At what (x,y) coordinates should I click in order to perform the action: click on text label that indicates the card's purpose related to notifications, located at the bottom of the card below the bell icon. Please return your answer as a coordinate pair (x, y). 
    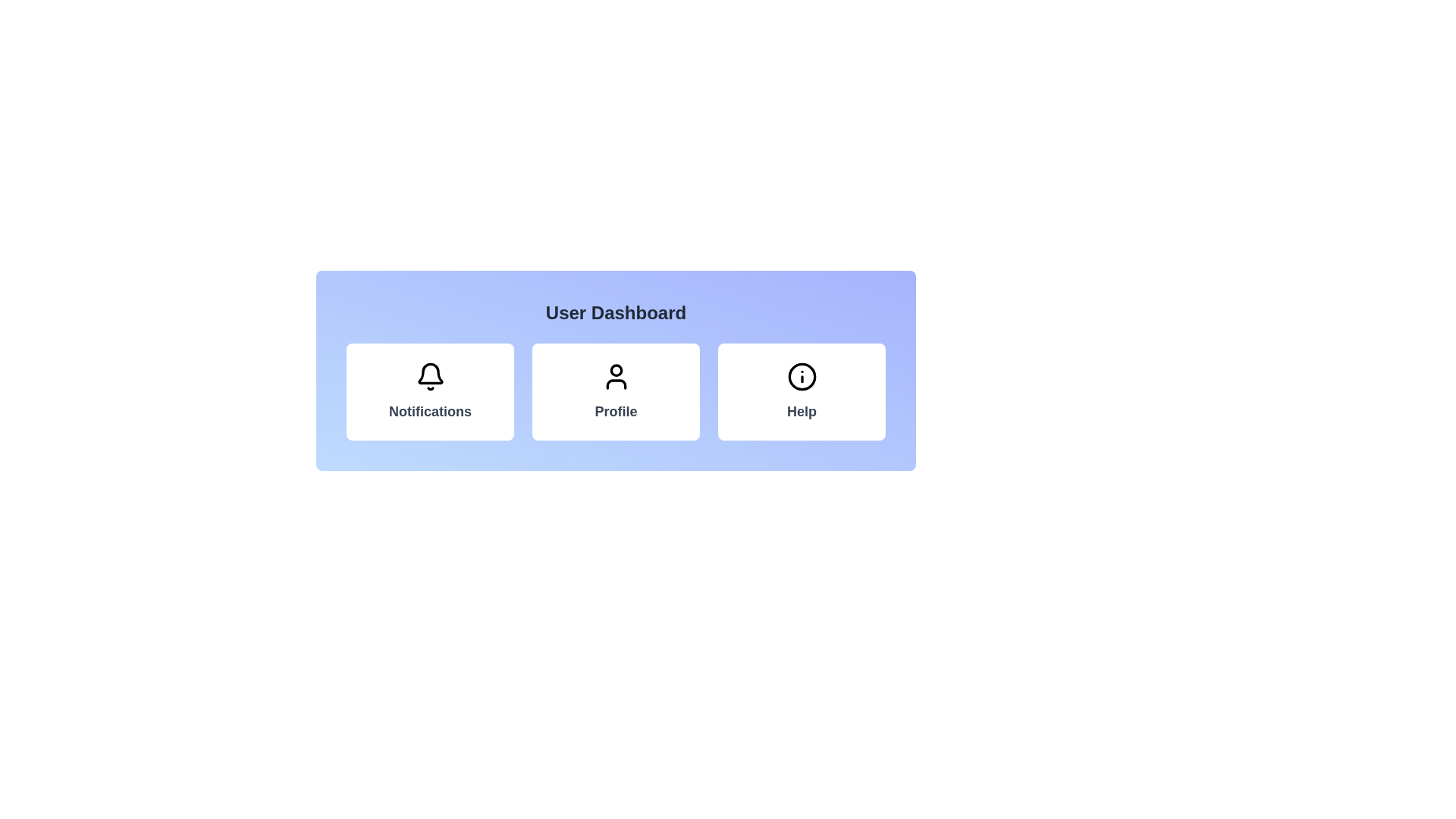
    Looking at the image, I should click on (429, 412).